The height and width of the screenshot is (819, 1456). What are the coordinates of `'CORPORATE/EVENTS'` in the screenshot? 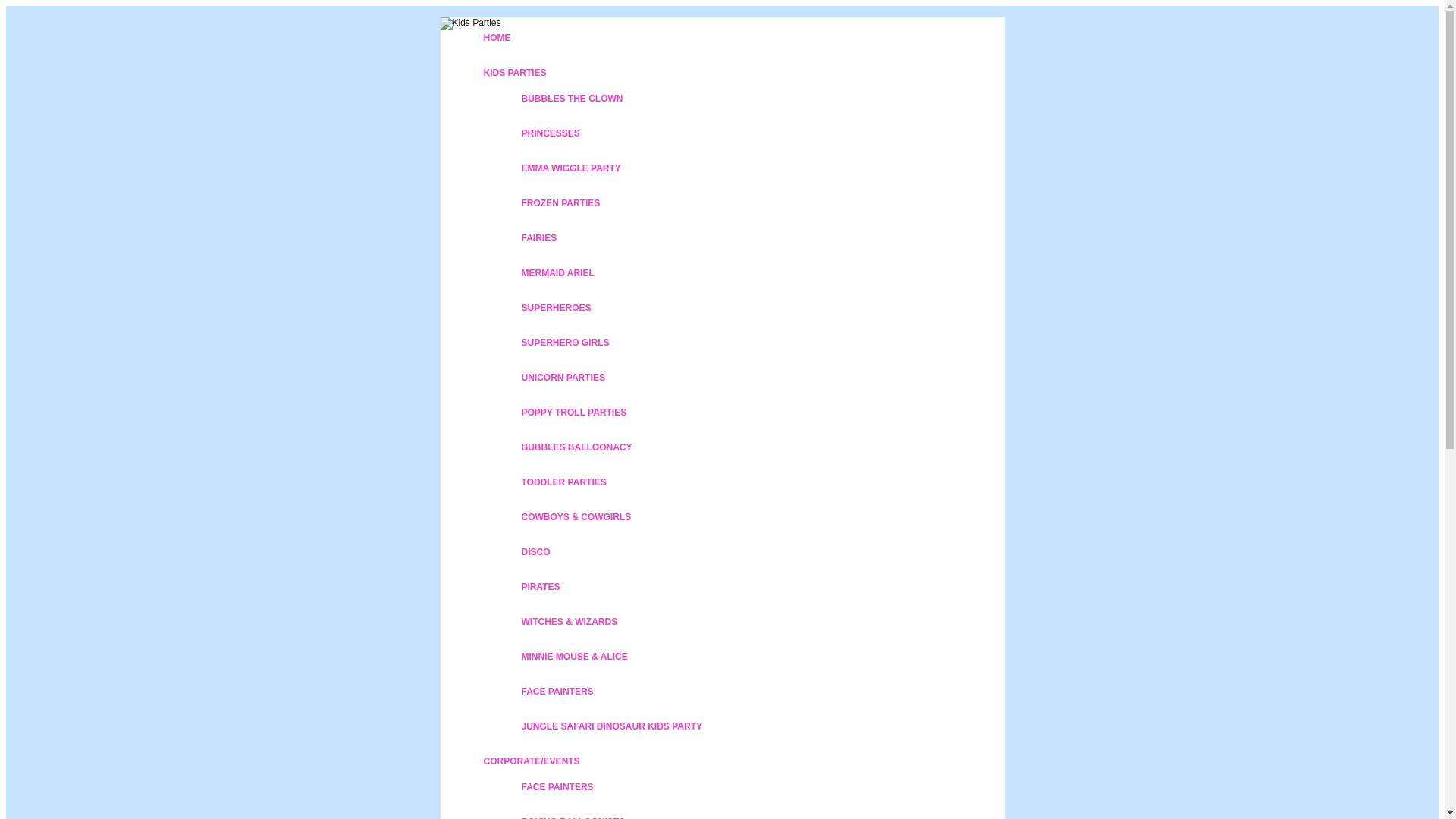 It's located at (476, 761).